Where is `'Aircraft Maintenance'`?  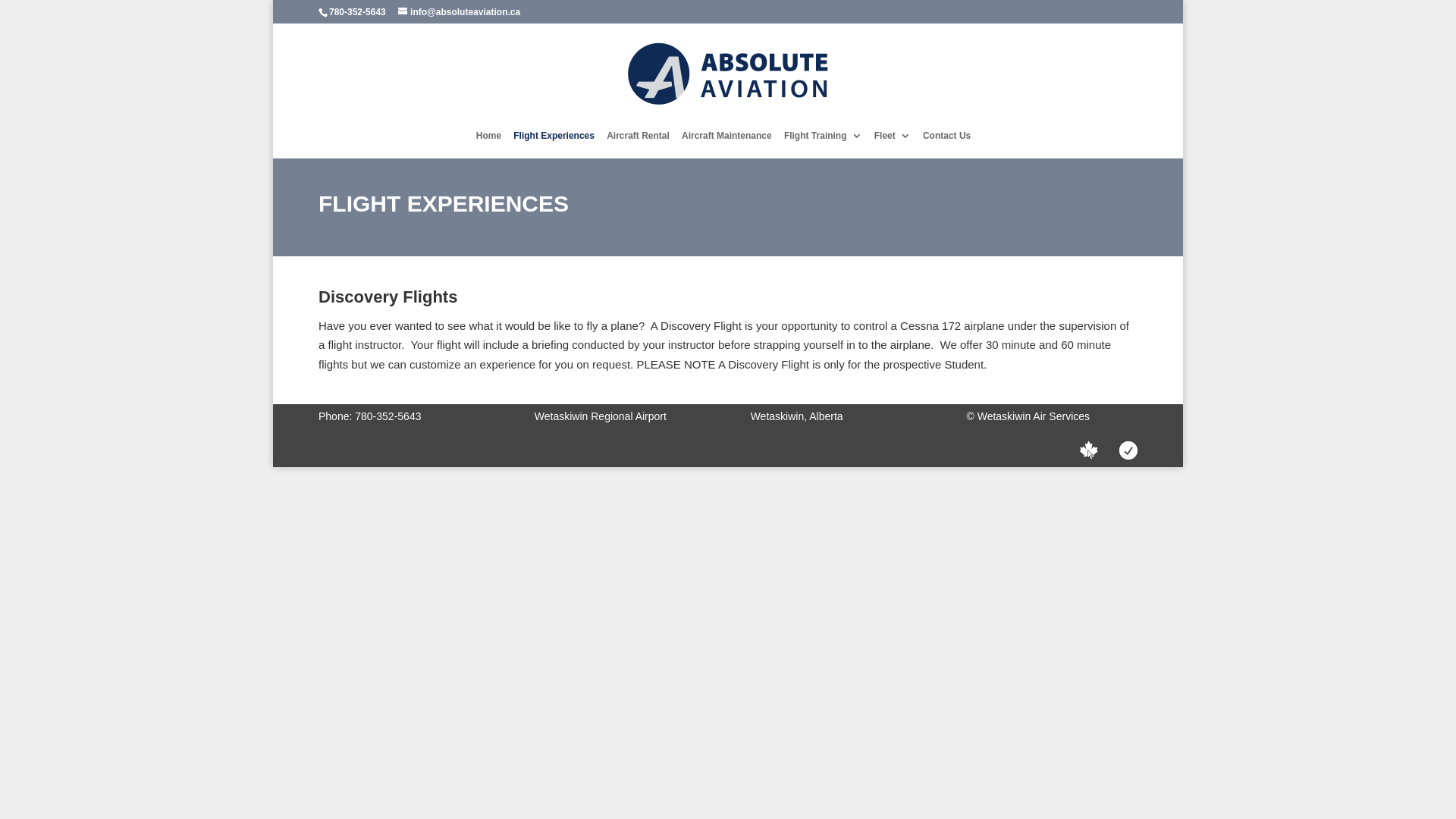
'Aircraft Maintenance' is located at coordinates (726, 145).